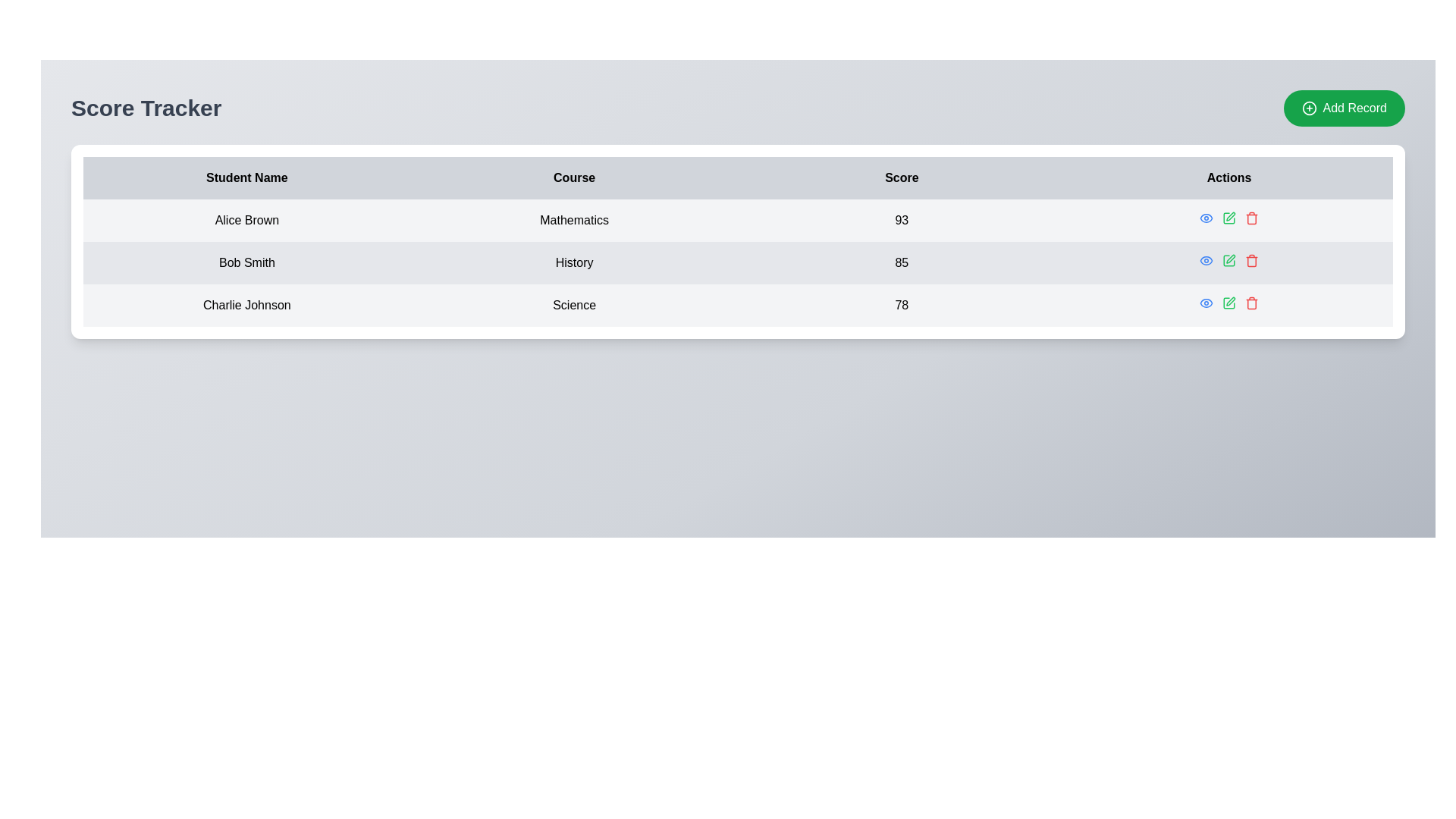 The height and width of the screenshot is (819, 1456). I want to click on the editing icon button located in the second row under the 'Actions' column of the table, so click(1229, 218).